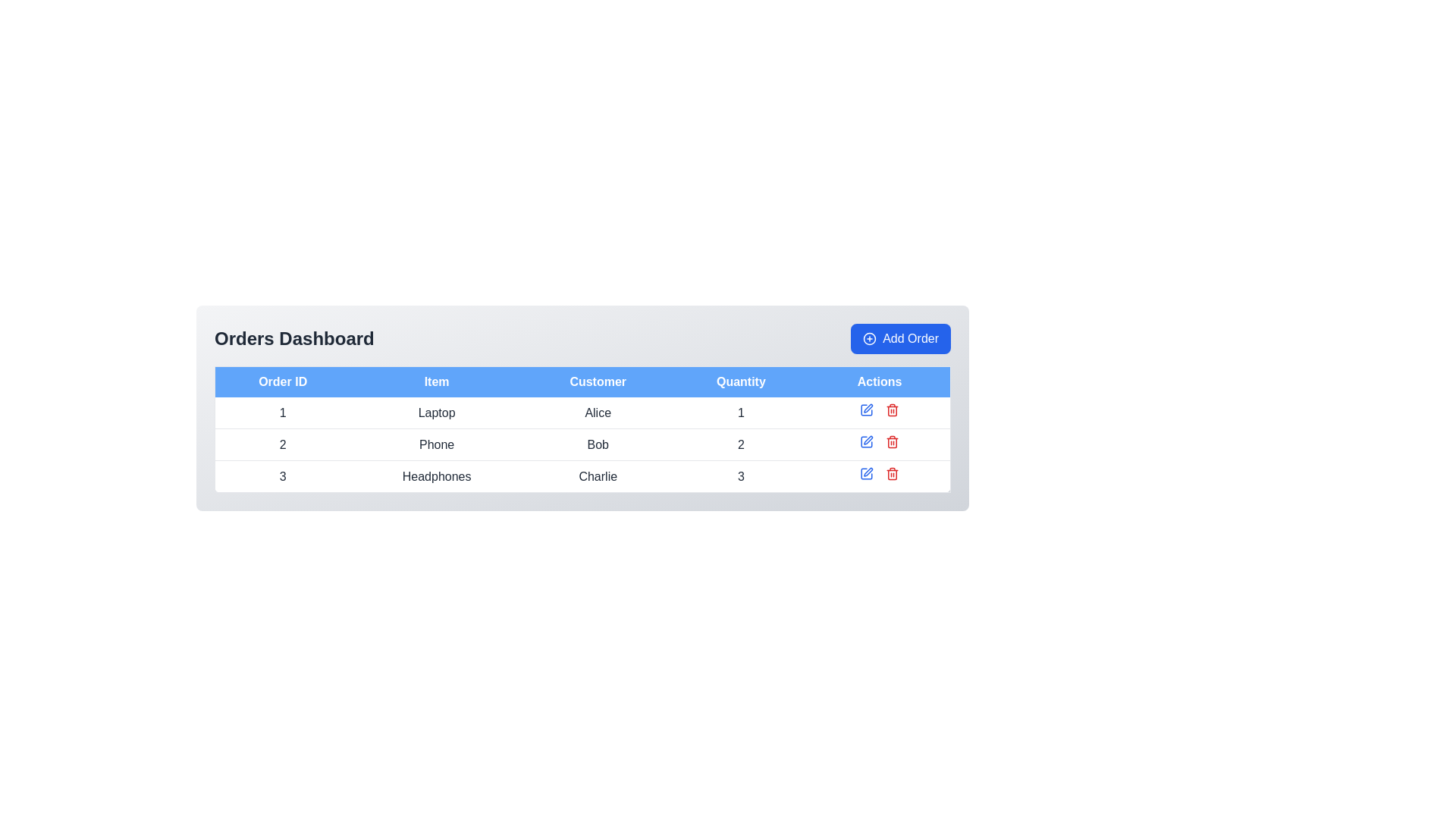  Describe the element at coordinates (436, 444) in the screenshot. I see `the 'Phone' static text element in the second row of the order details table for potential interactions` at that location.